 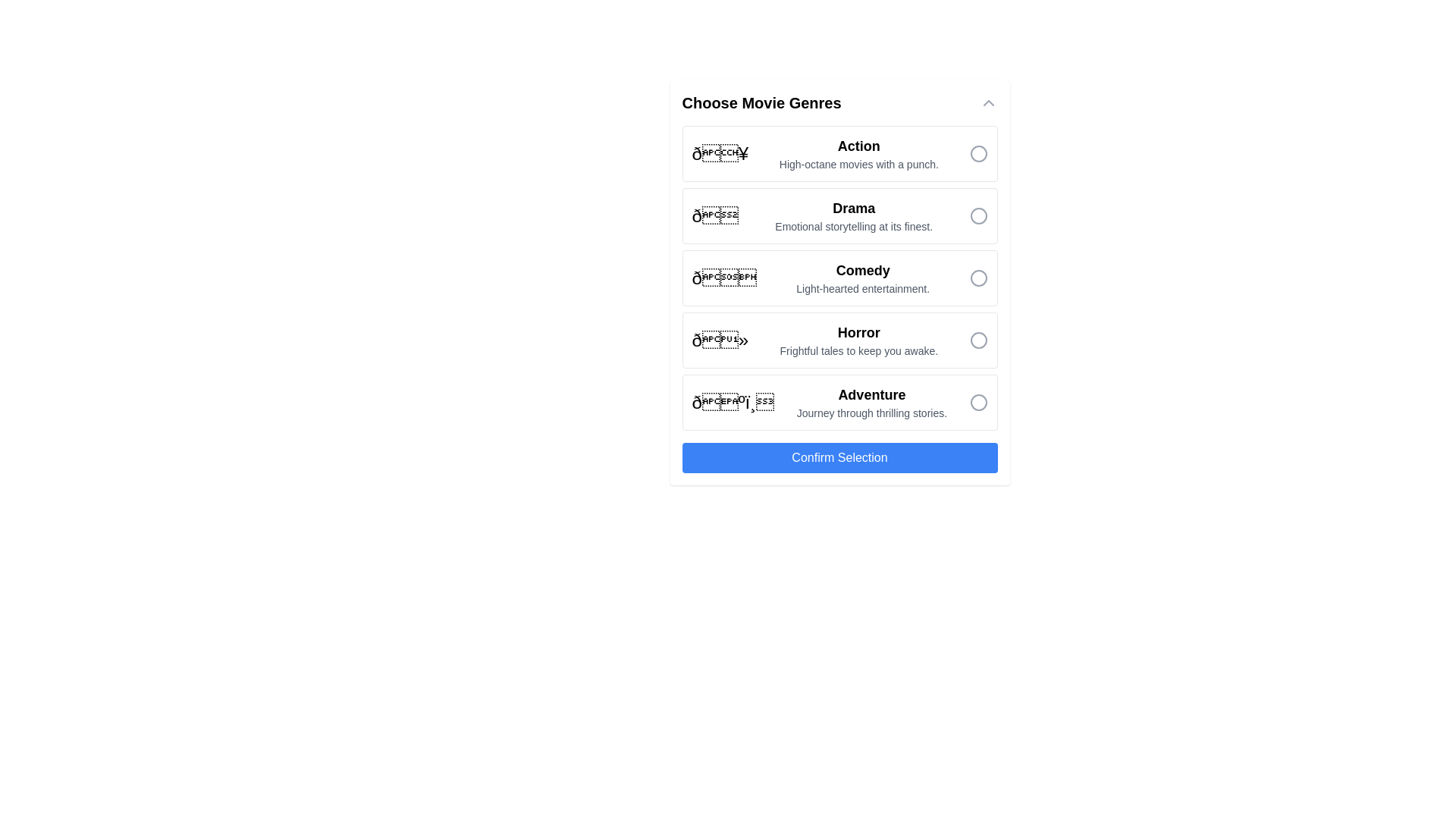 I want to click on the 'Horror' text label, so click(x=858, y=332).